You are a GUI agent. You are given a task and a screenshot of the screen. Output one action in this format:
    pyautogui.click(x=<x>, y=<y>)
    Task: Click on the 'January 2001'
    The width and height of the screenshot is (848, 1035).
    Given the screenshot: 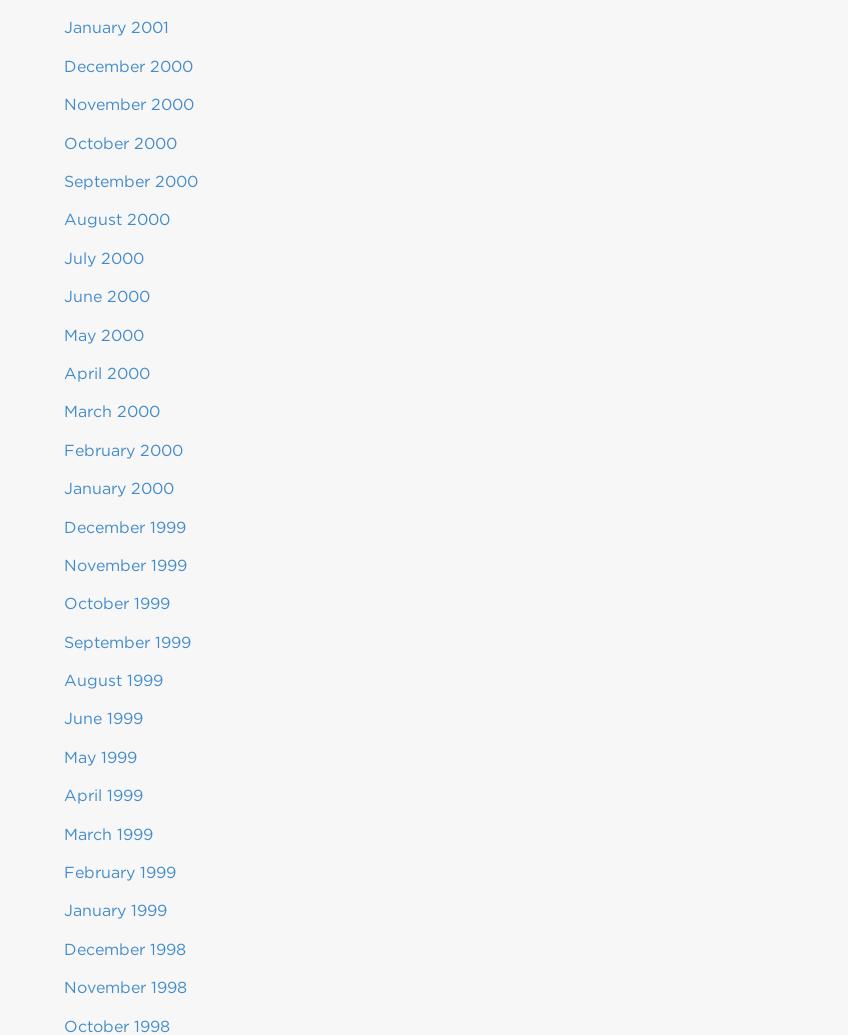 What is the action you would take?
    pyautogui.click(x=115, y=27)
    